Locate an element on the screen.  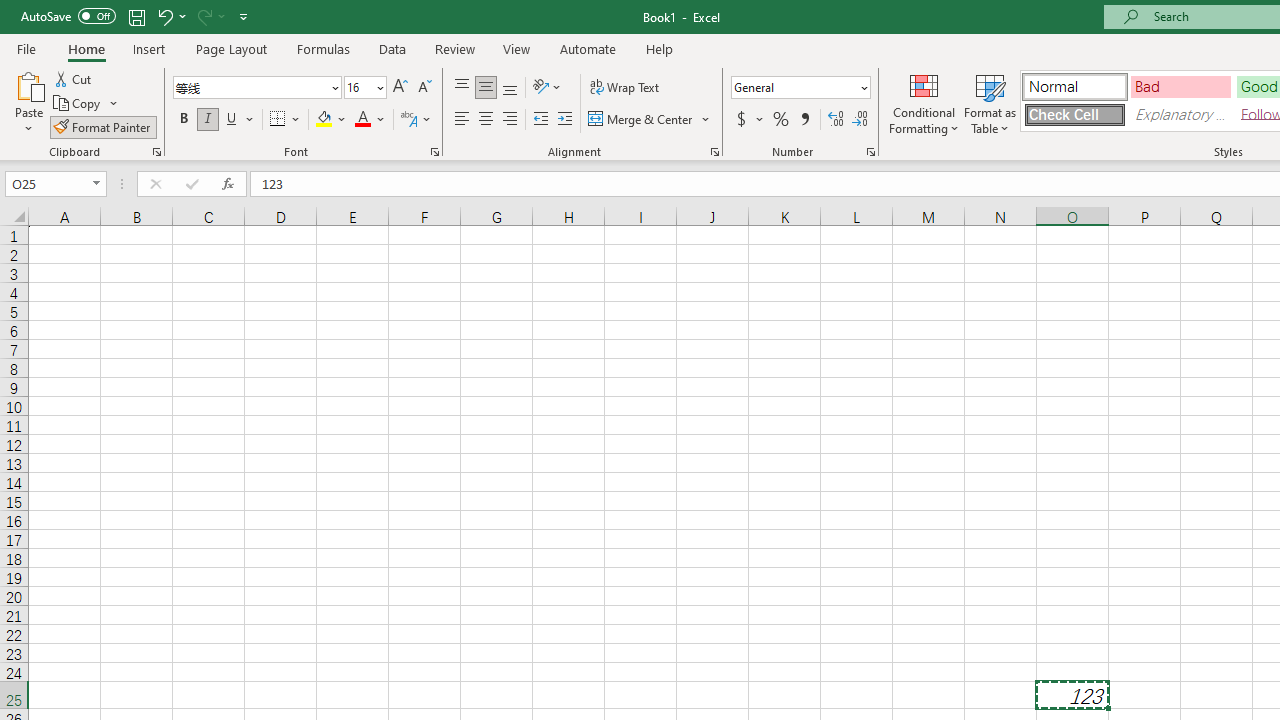
'Decrease Decimal' is located at coordinates (859, 119).